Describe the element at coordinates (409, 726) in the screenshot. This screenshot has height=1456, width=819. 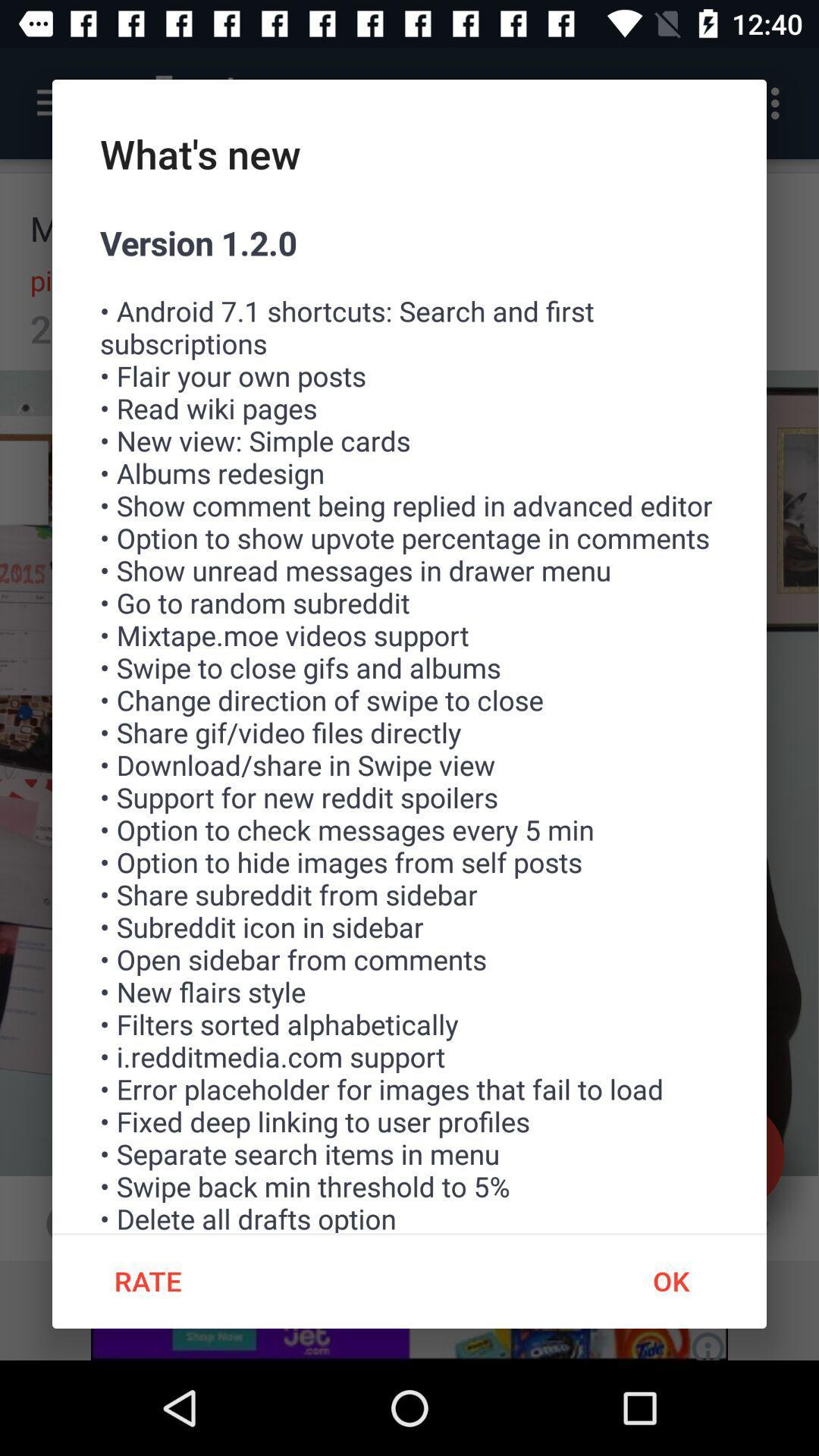
I see `icon at the center` at that location.